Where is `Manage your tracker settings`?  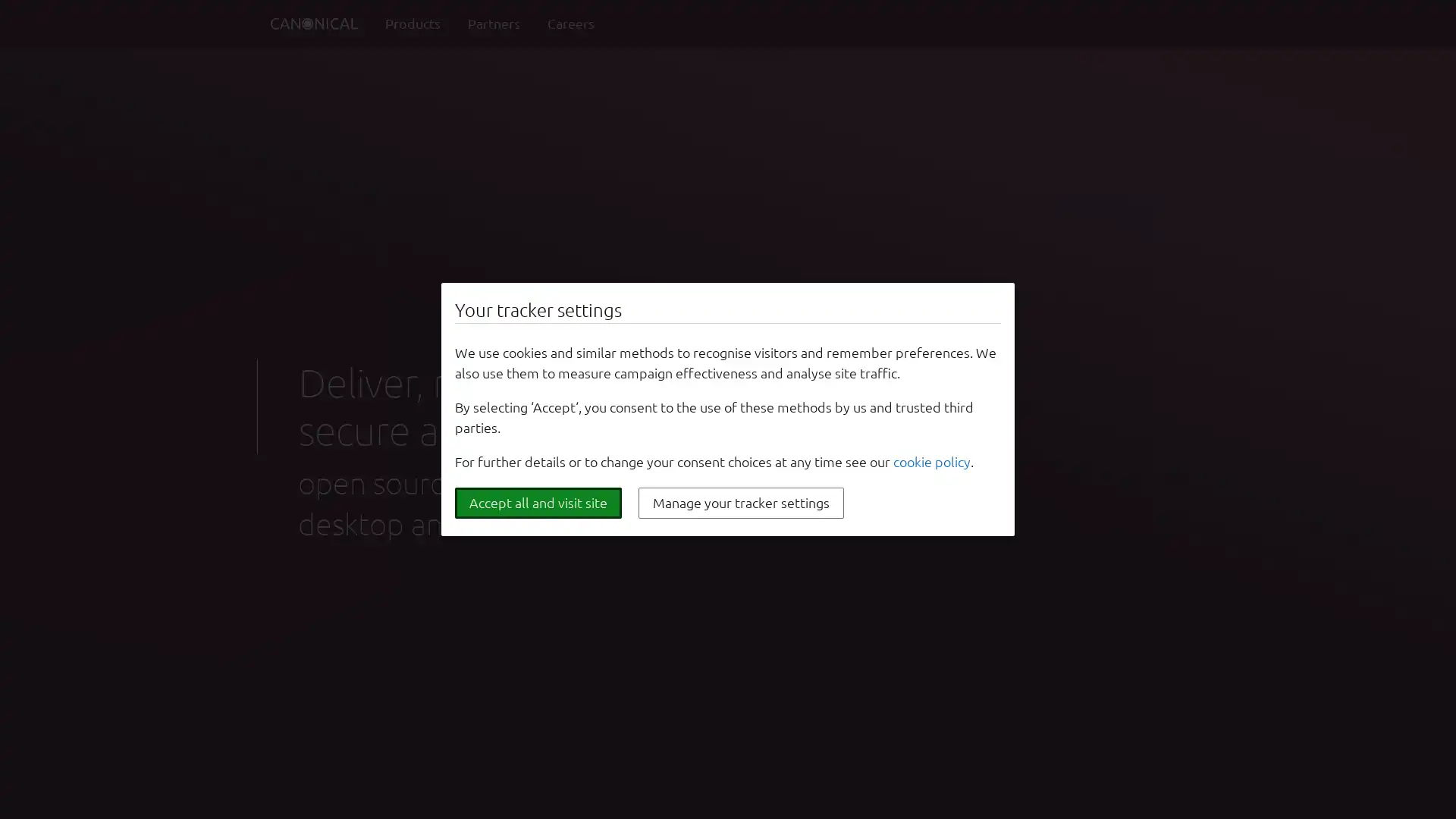 Manage your tracker settings is located at coordinates (741, 503).